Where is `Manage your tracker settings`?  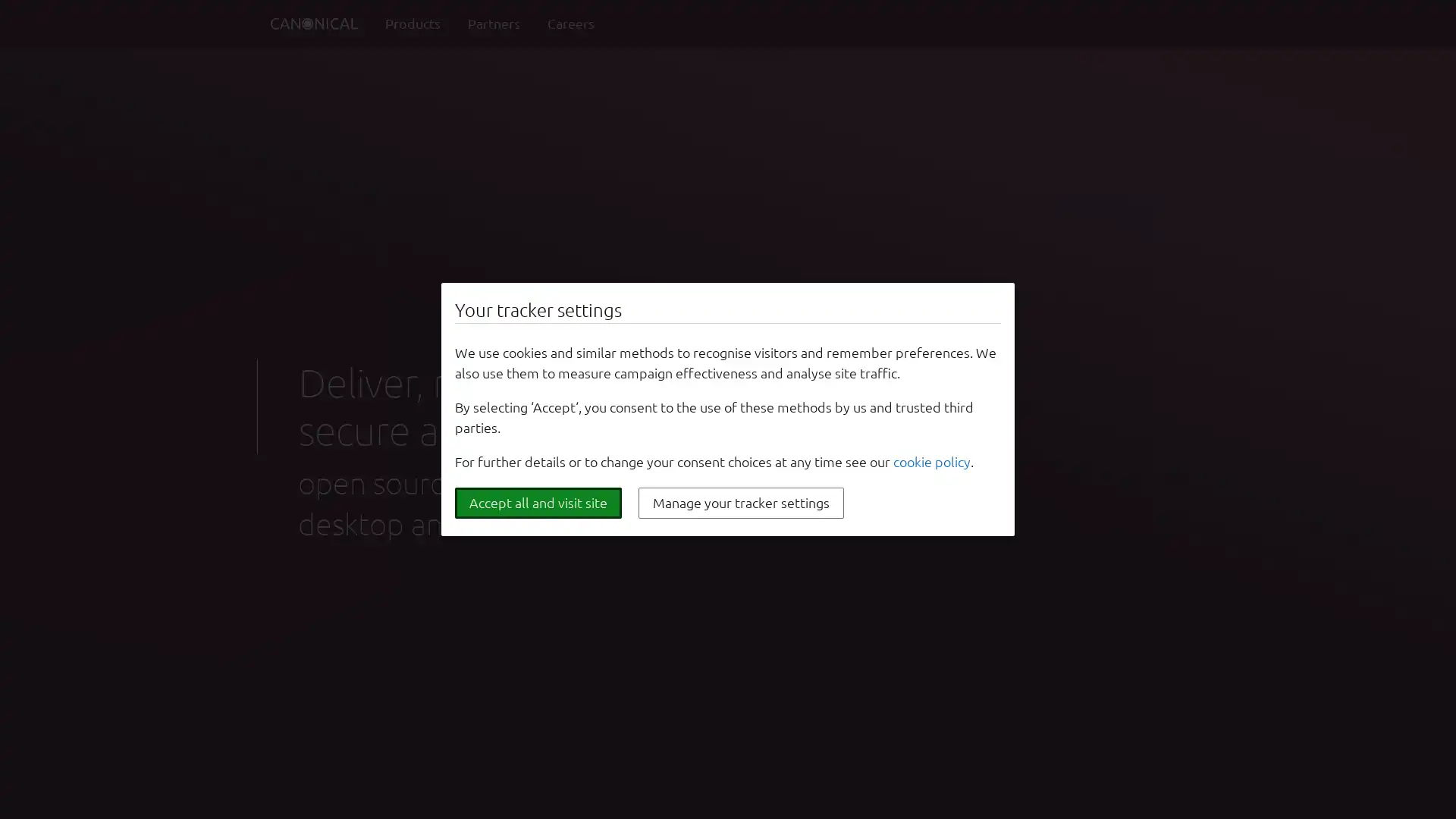 Manage your tracker settings is located at coordinates (741, 503).